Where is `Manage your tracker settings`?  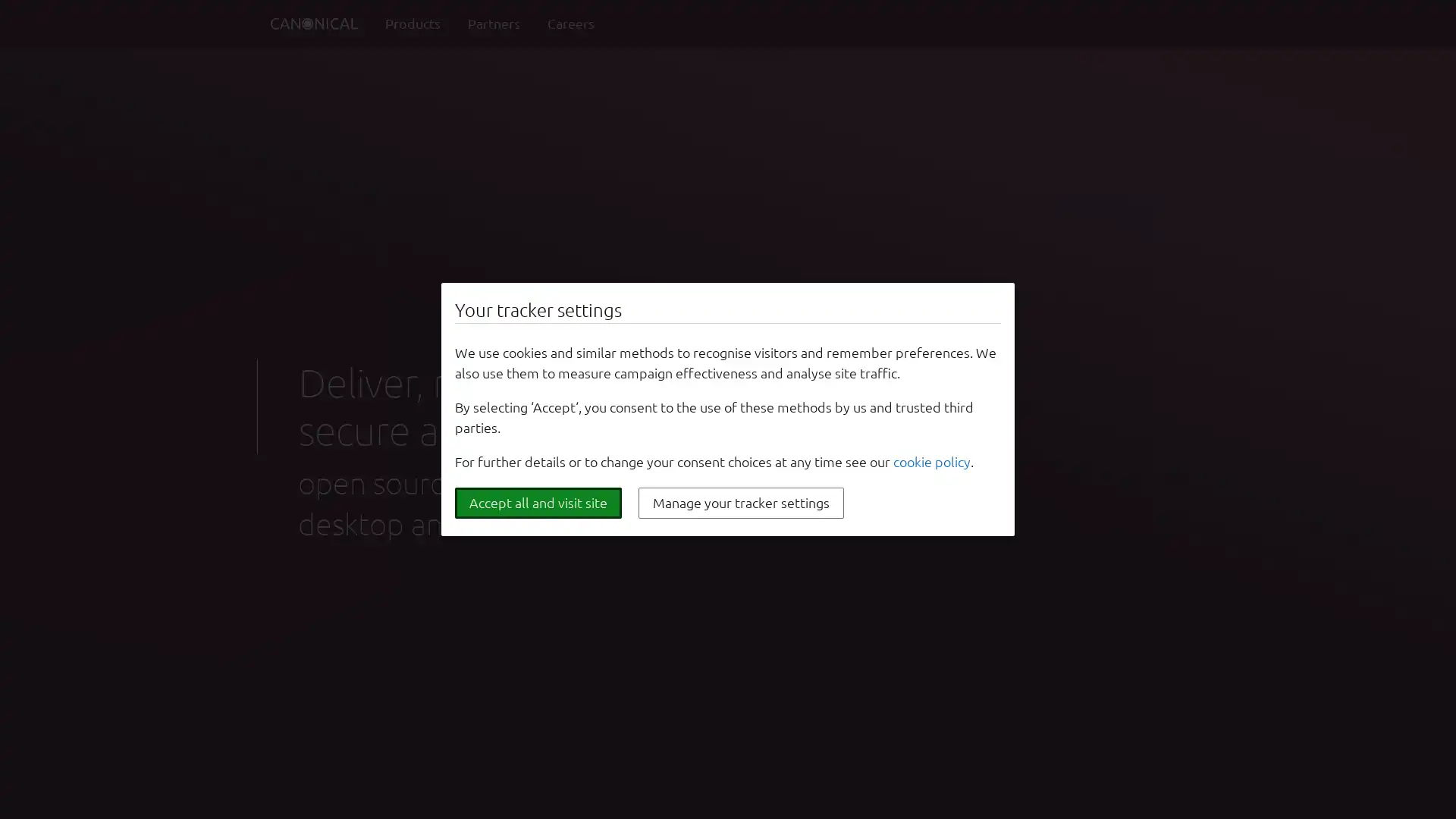 Manage your tracker settings is located at coordinates (741, 503).